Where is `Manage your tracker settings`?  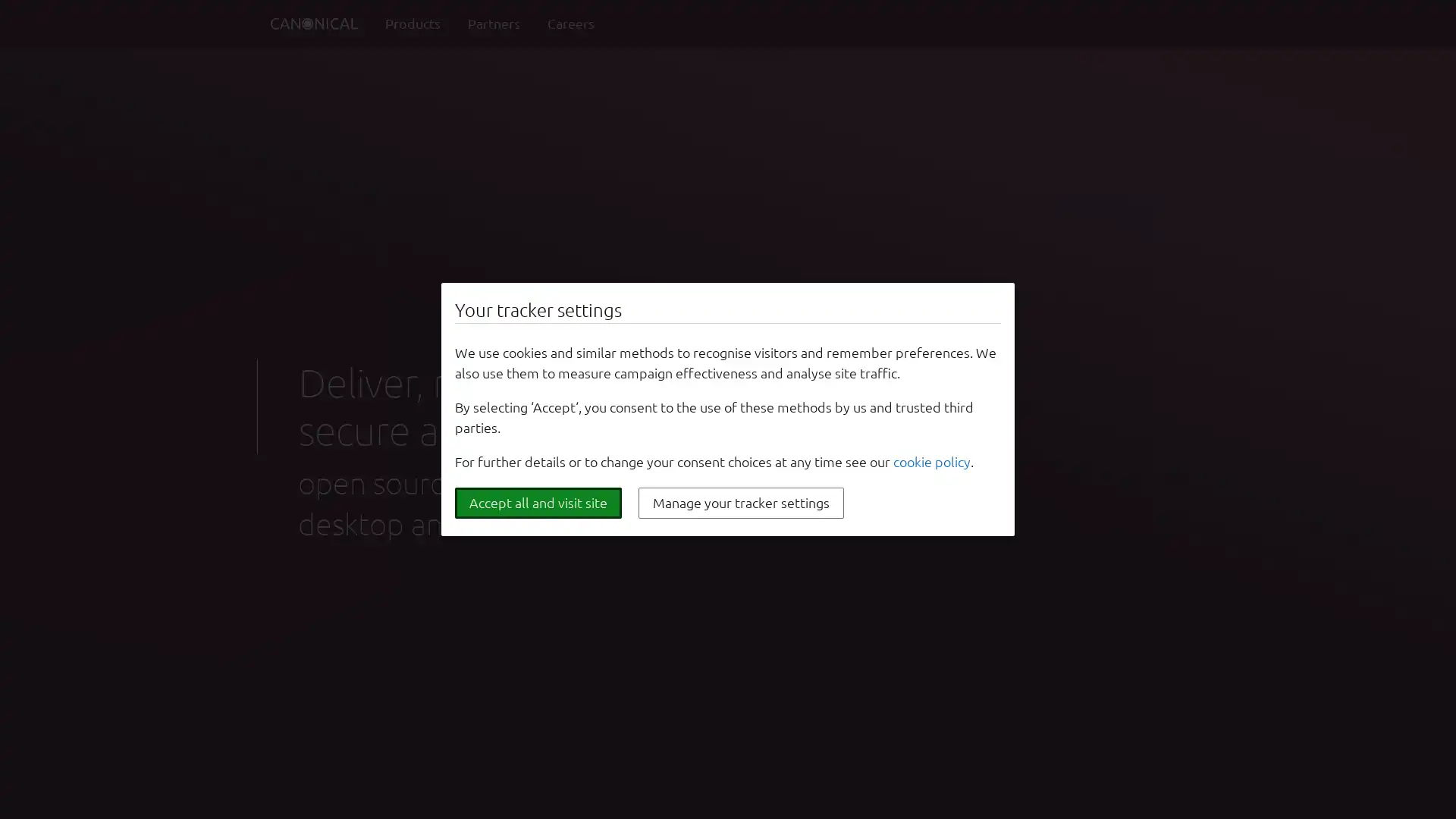 Manage your tracker settings is located at coordinates (741, 503).